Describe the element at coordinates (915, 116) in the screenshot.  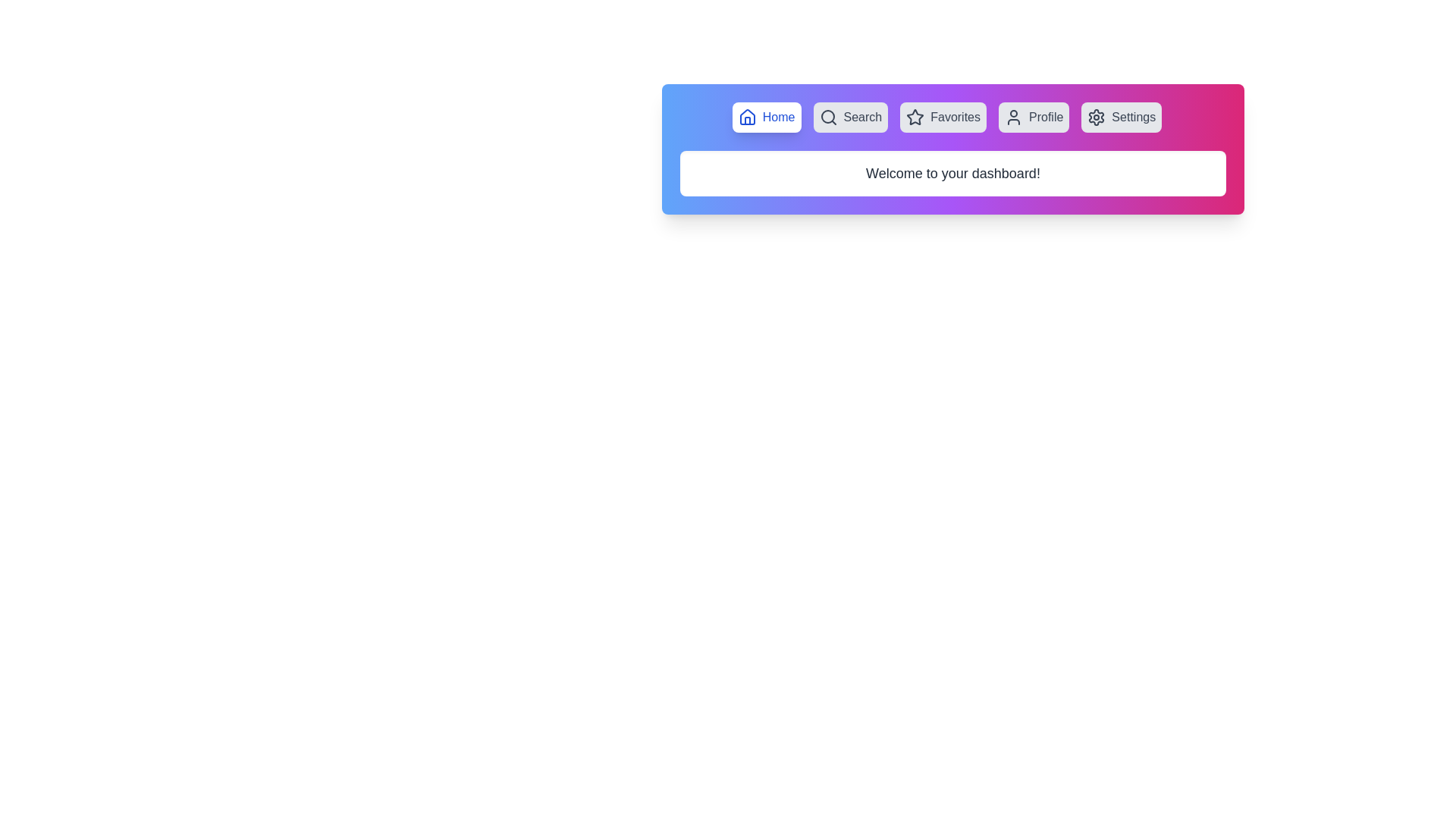
I see `the star icon within the 'Favorites' button in the top navigation bar` at that location.